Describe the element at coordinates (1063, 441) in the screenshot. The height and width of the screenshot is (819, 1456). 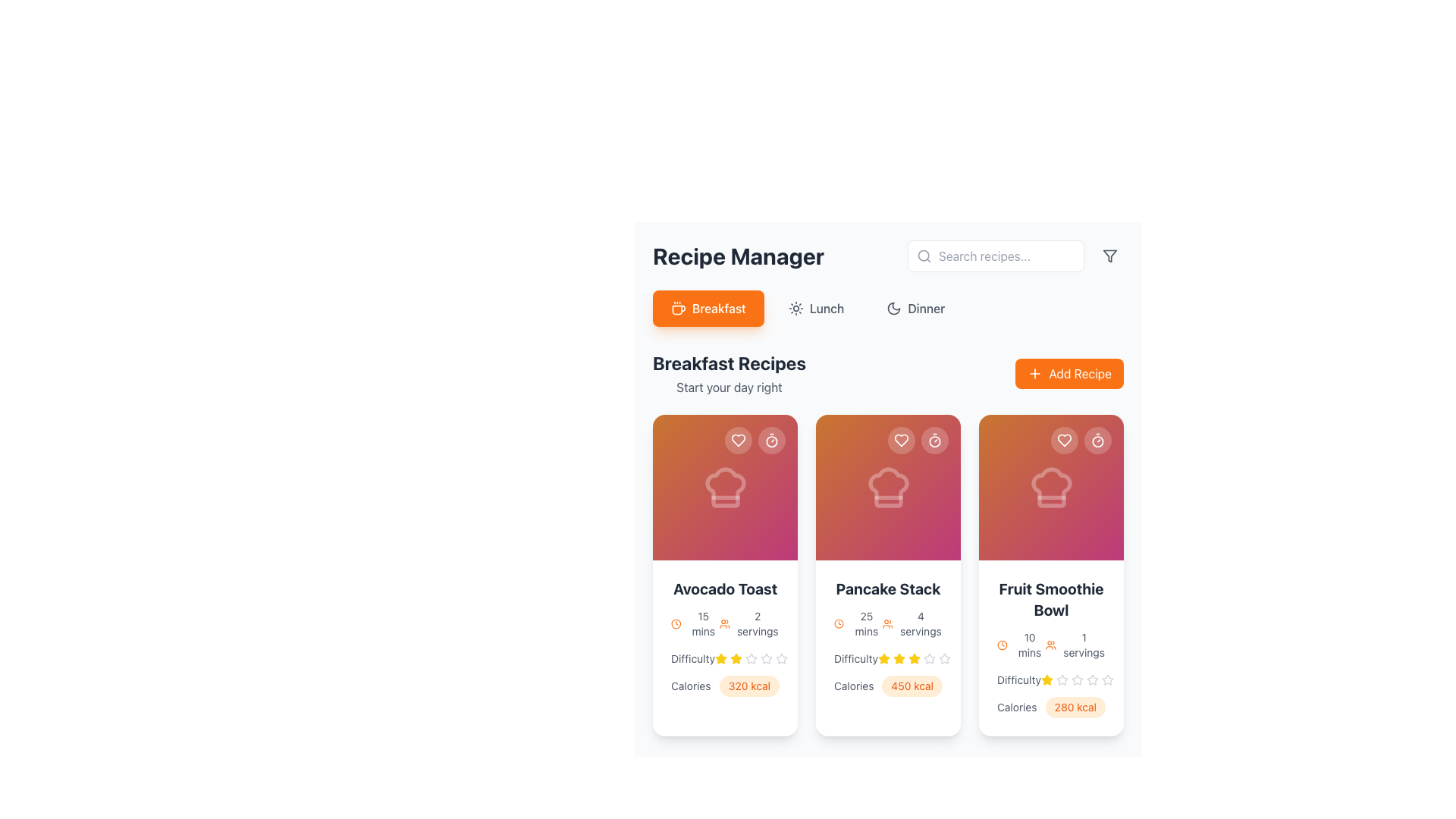
I see `the leftmost circular button in the top-right of the third recipe card to change its background color` at that location.